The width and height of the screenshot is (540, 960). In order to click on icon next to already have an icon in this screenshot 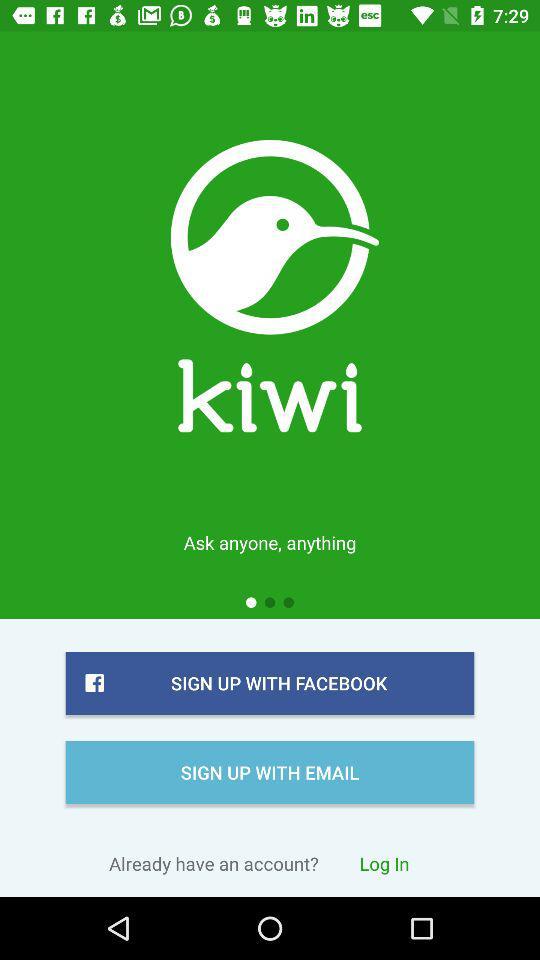, I will do `click(384, 862)`.